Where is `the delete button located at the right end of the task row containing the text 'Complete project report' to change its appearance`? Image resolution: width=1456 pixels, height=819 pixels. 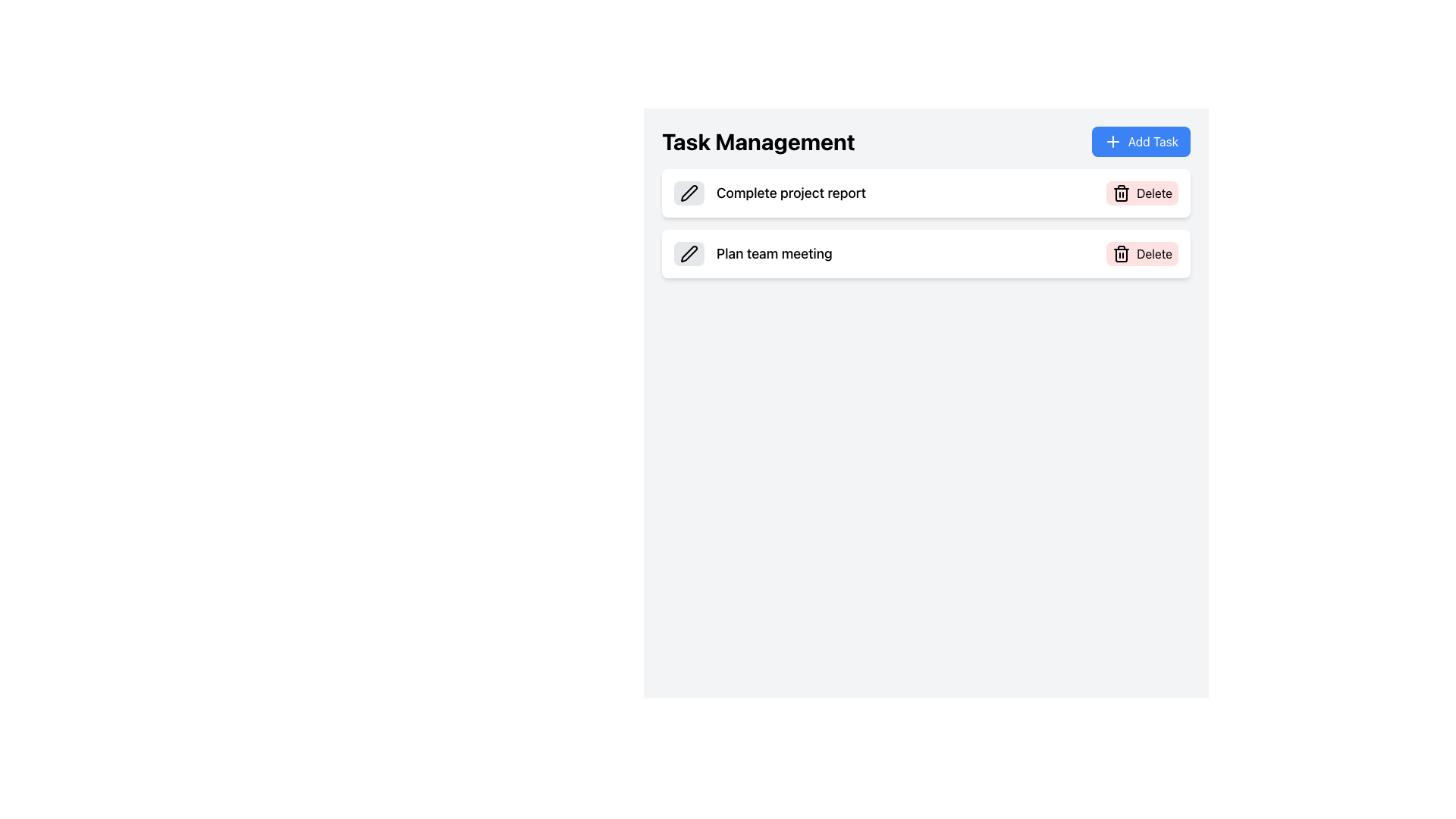 the delete button located at the right end of the task row containing the text 'Complete project report' to change its appearance is located at coordinates (1142, 192).